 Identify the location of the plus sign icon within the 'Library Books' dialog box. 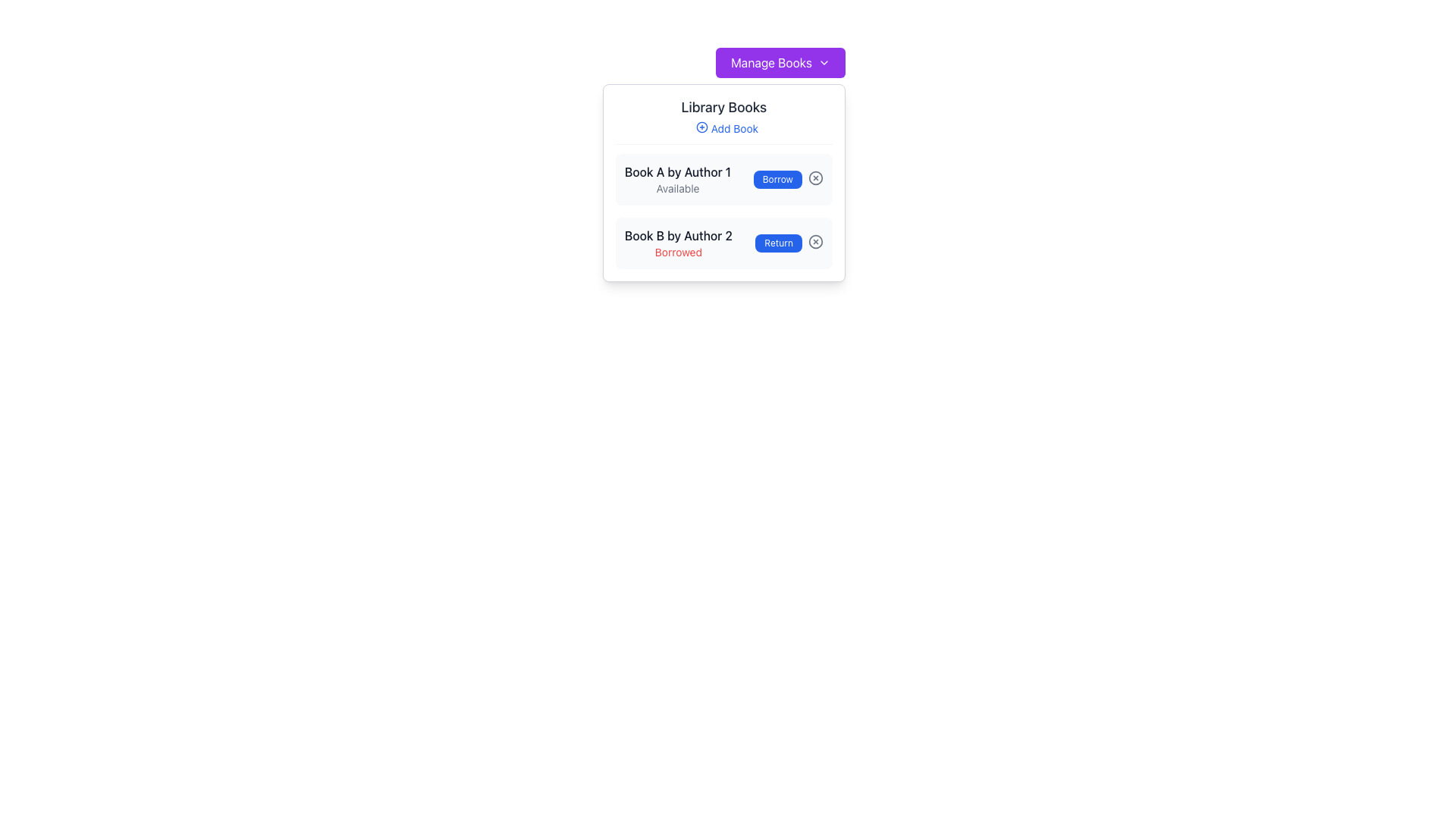
(701, 127).